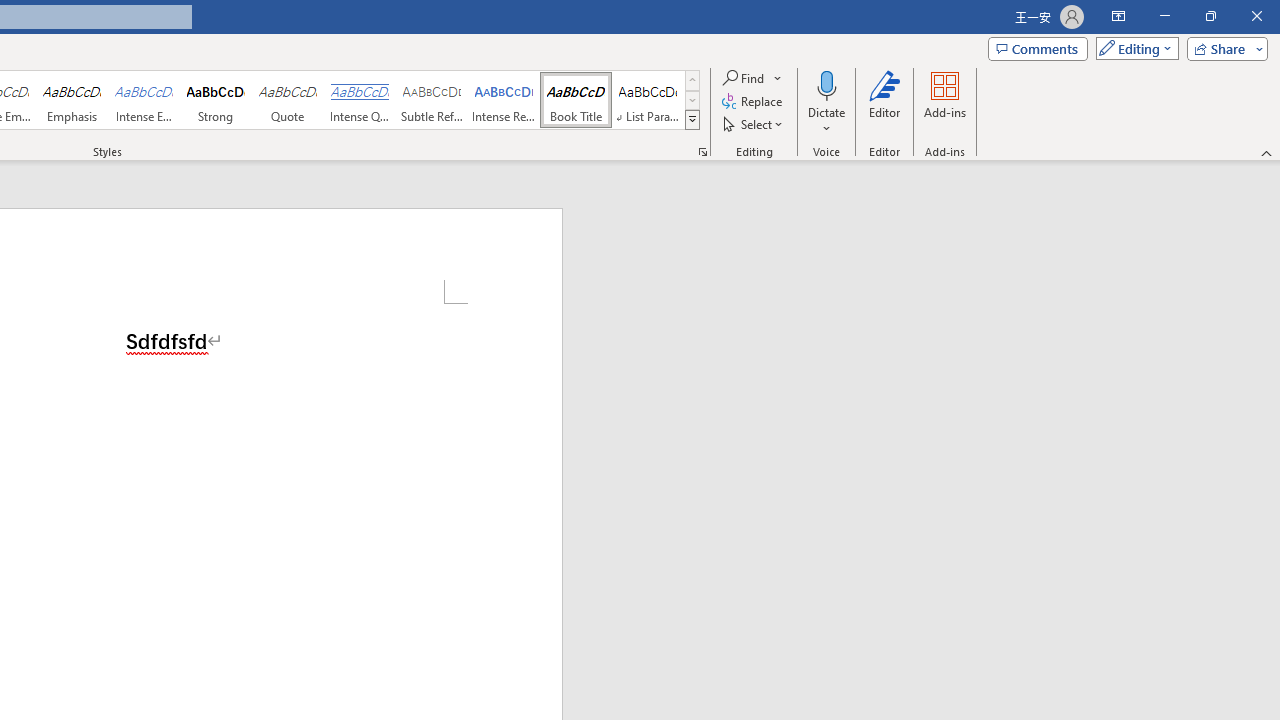 This screenshot has height=720, width=1280. Describe the element at coordinates (743, 77) in the screenshot. I see `'Find'` at that location.